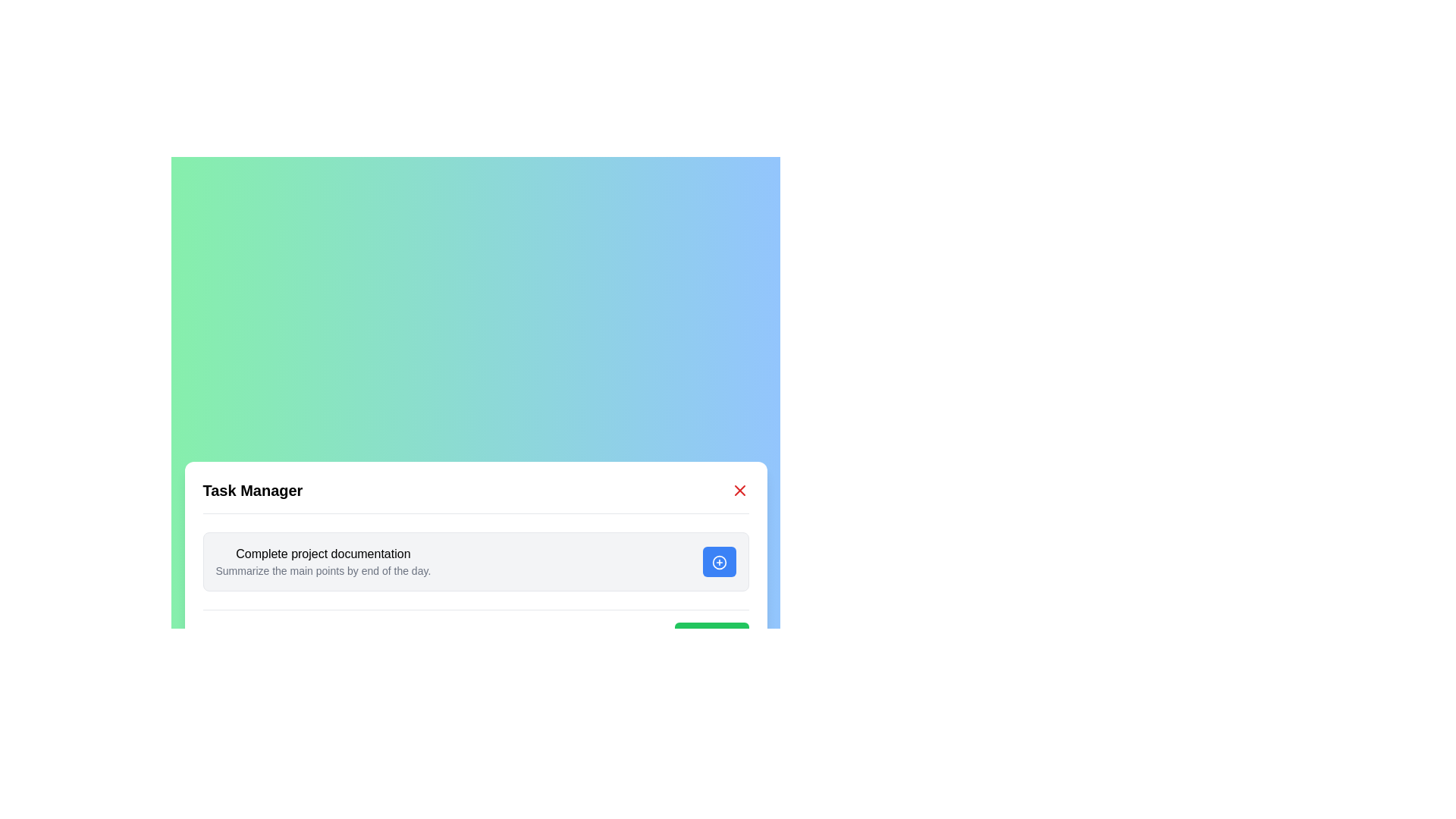 Image resolution: width=1456 pixels, height=819 pixels. What do you see at coordinates (739, 491) in the screenshot?
I see `the close button (X) in the top-right corner of the Task Manager dialog` at bounding box center [739, 491].